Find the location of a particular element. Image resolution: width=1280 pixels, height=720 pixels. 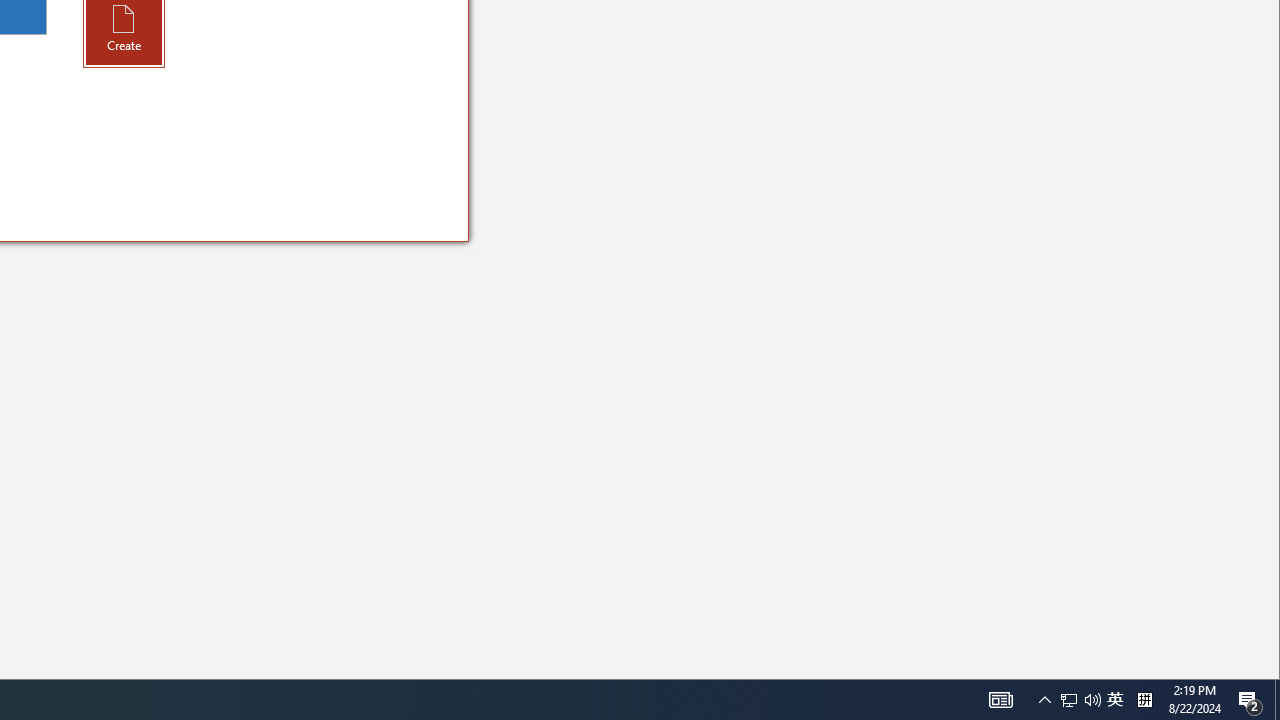

'Action Center, 2 new notifications' is located at coordinates (1276, 698).